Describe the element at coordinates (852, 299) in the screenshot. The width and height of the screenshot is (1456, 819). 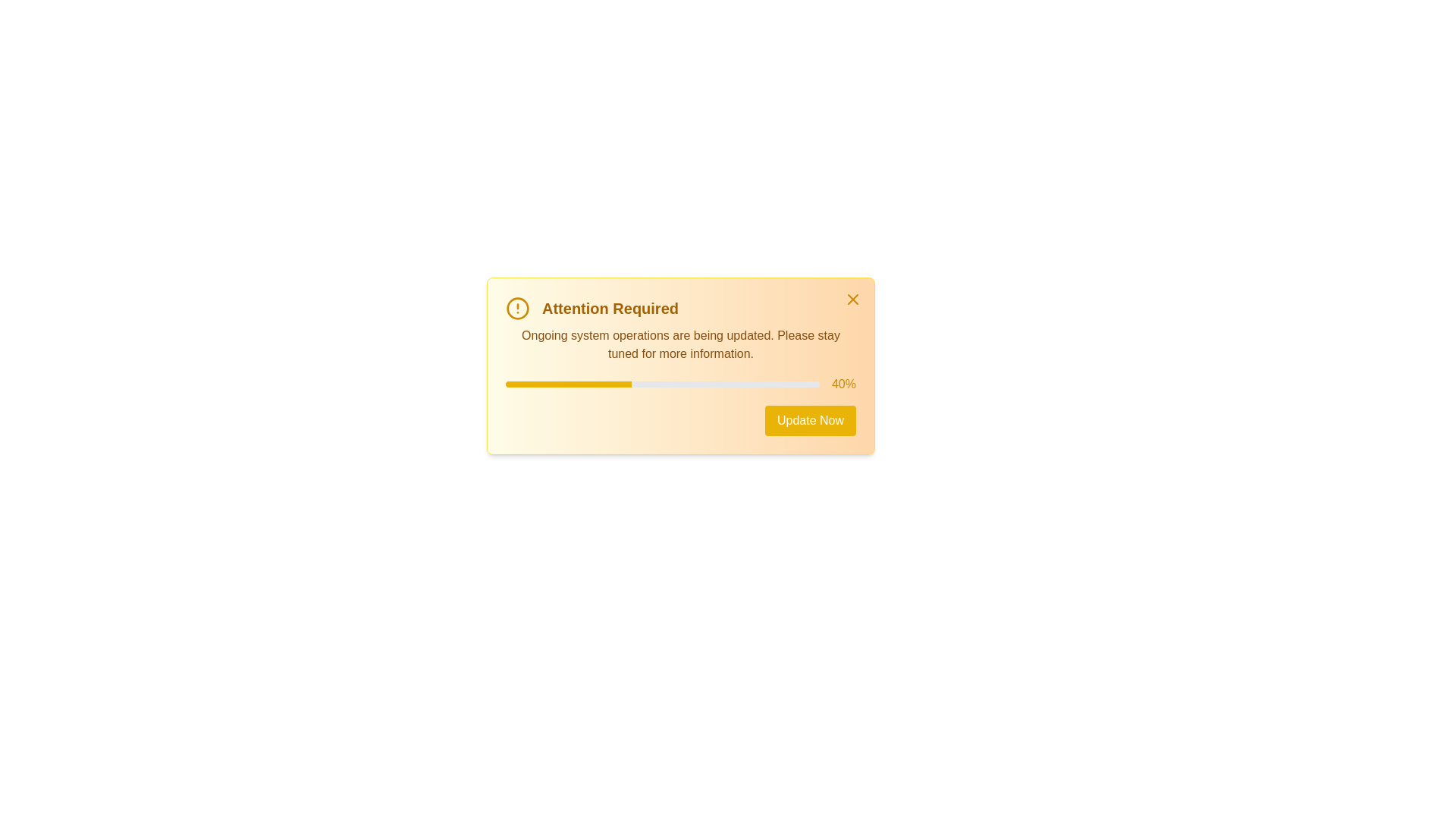
I see `the close button in the top-right corner of the alert` at that location.